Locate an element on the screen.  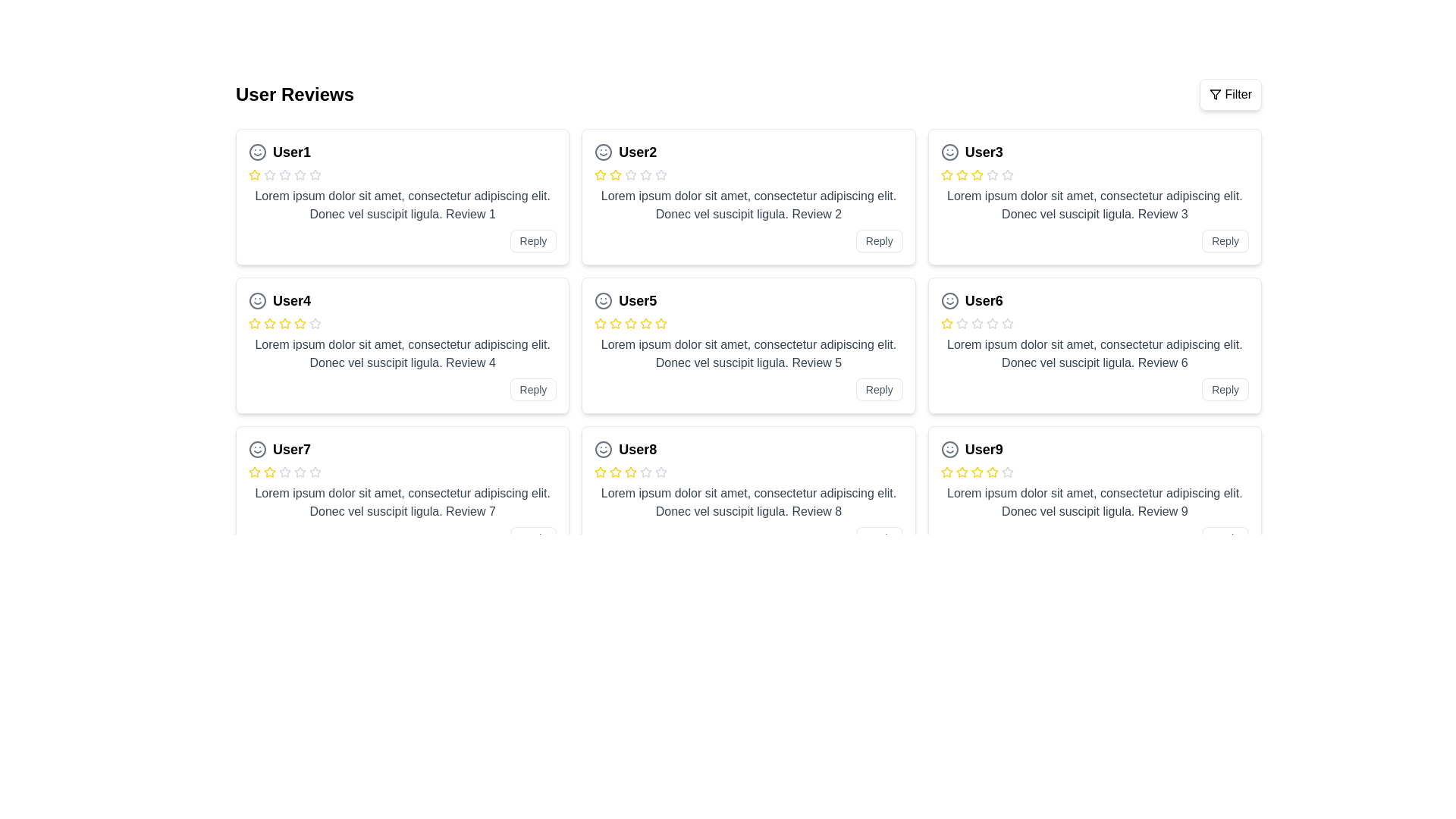
the text label displaying 'User5', which is bold and prominently styled, located in the second row and second column of the user reviews grid, slightly to the right of the smiley face icon is located at coordinates (638, 301).